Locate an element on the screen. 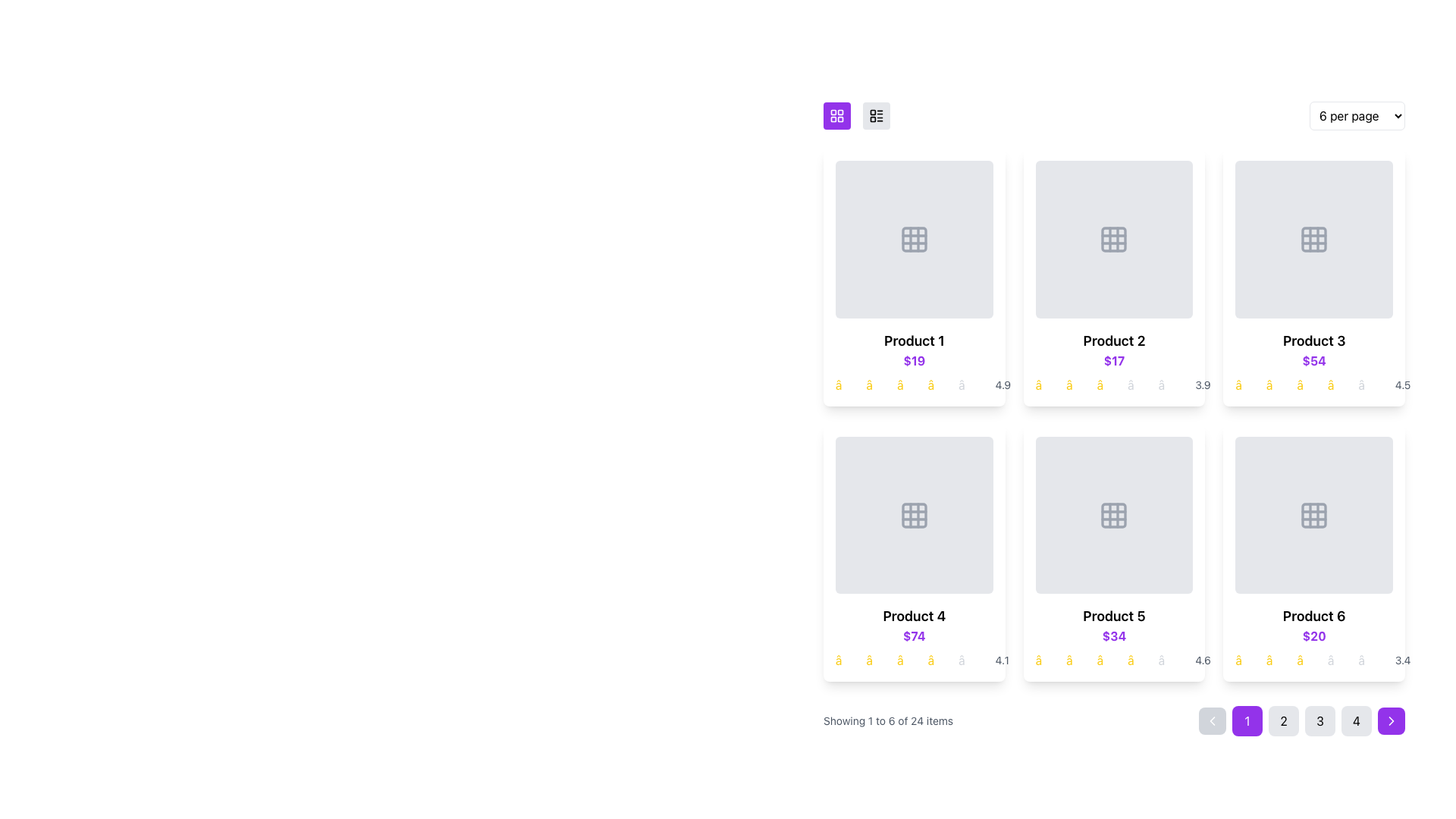 The height and width of the screenshot is (819, 1456). the image placeholder located in the upper section of the second product card (Product 2), which serves as a visual representation for product images is located at coordinates (1114, 239).